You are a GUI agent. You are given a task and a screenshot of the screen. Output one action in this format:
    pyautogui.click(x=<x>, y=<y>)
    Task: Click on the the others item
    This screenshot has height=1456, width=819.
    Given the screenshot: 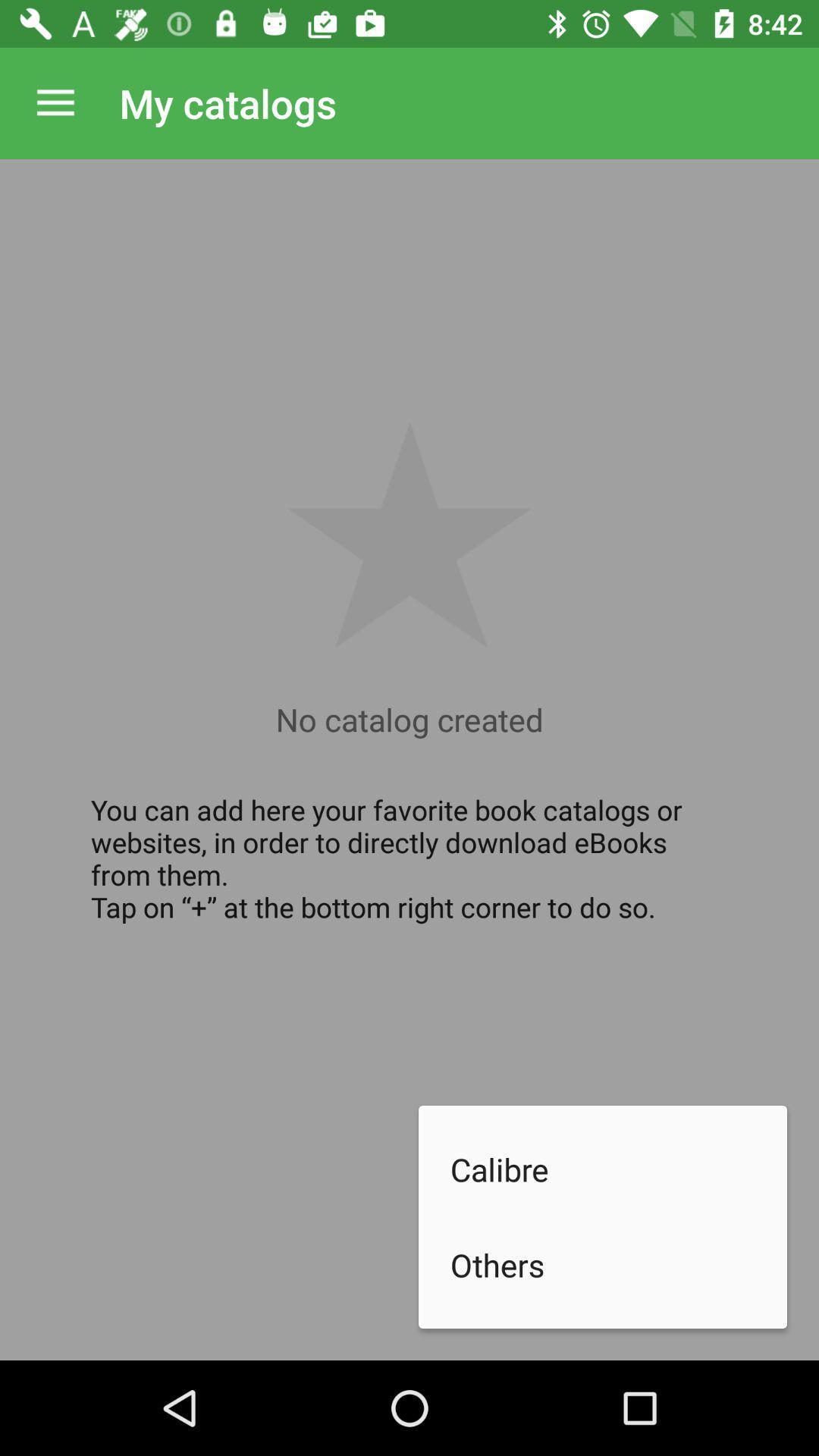 What is the action you would take?
    pyautogui.click(x=619, y=1265)
    